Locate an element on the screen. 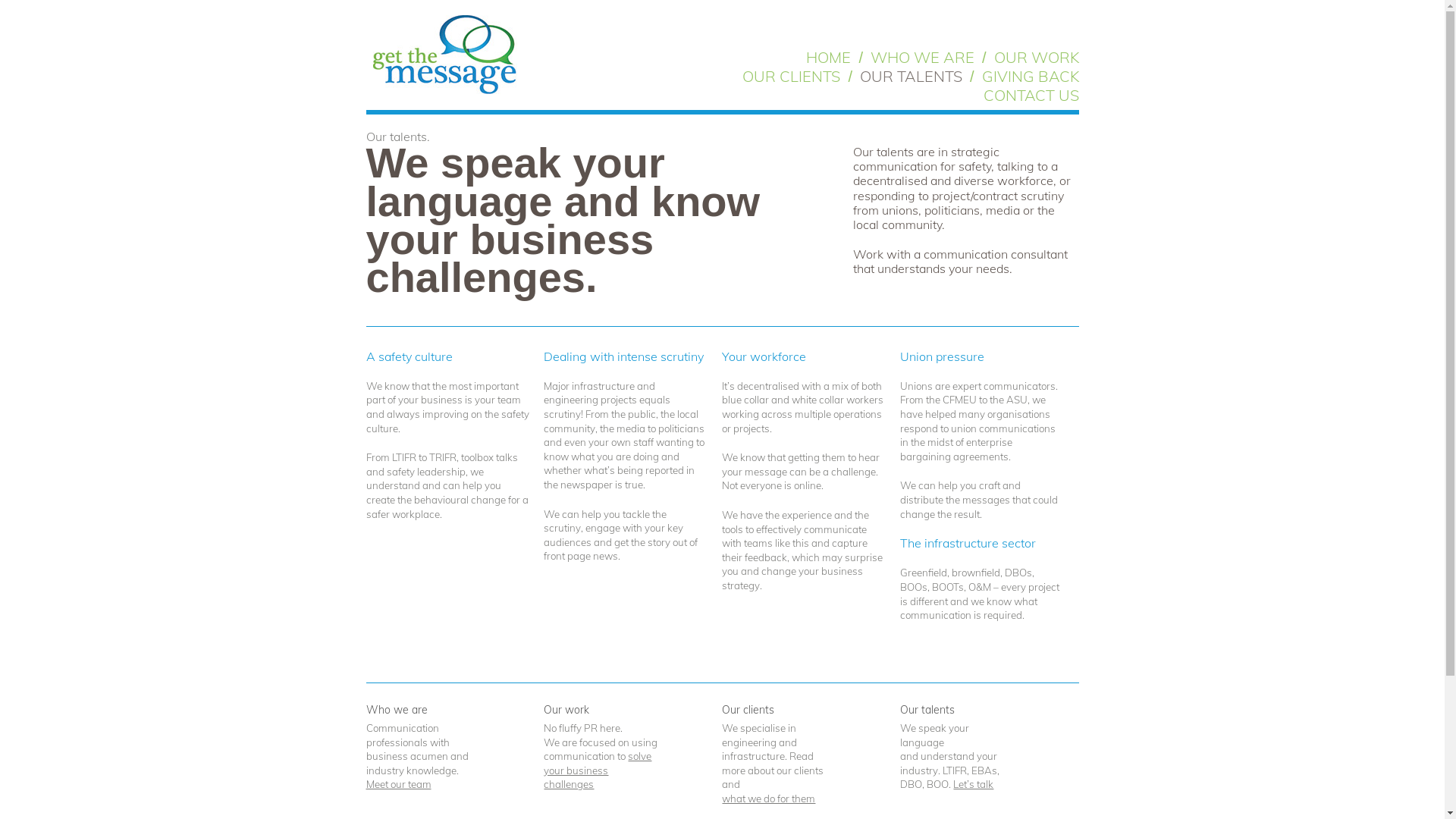 The height and width of the screenshot is (819, 1456). 'GIVING BACK' is located at coordinates (1030, 76).